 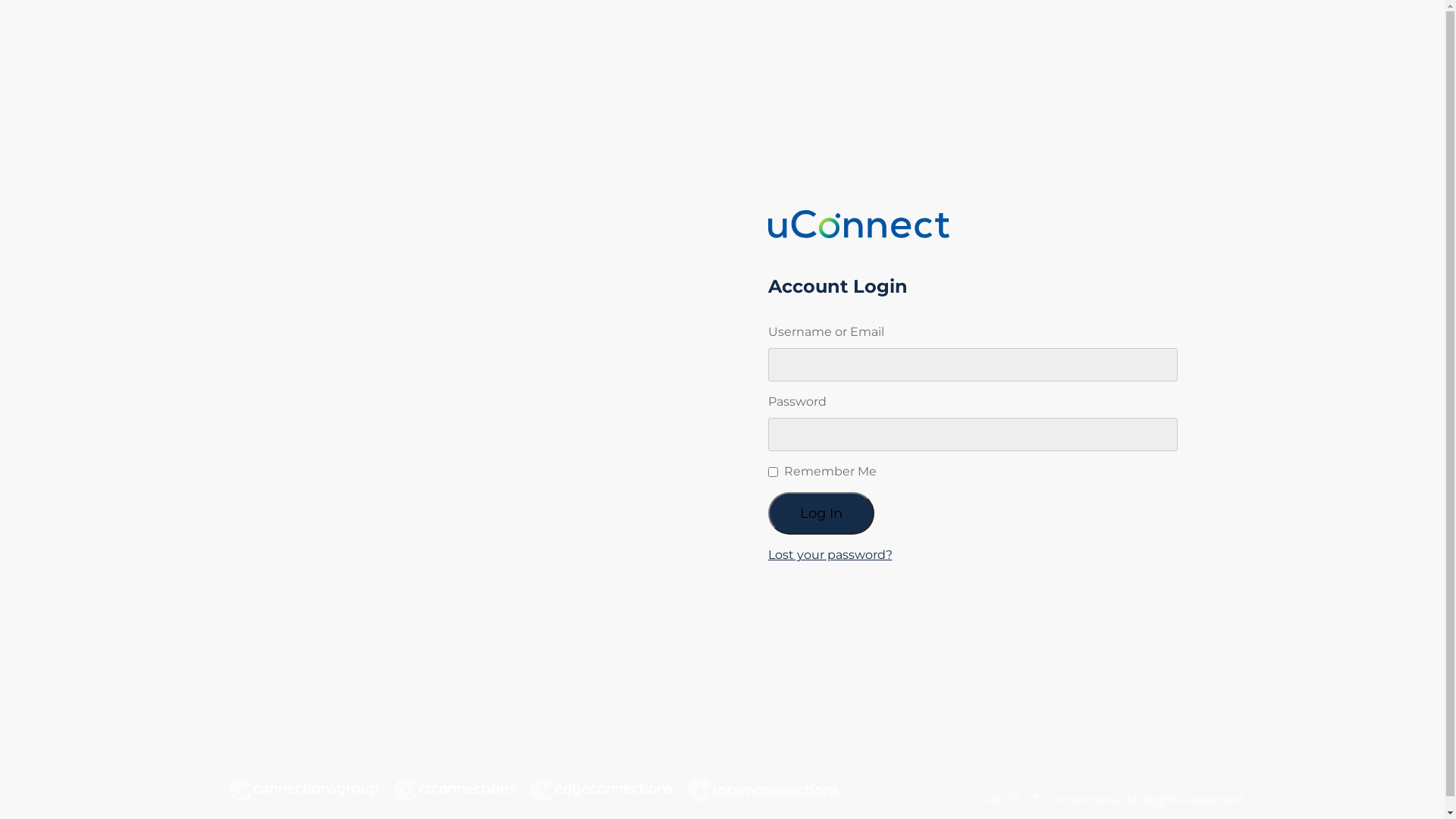 I want to click on 'Lost your password?', so click(x=829, y=554).